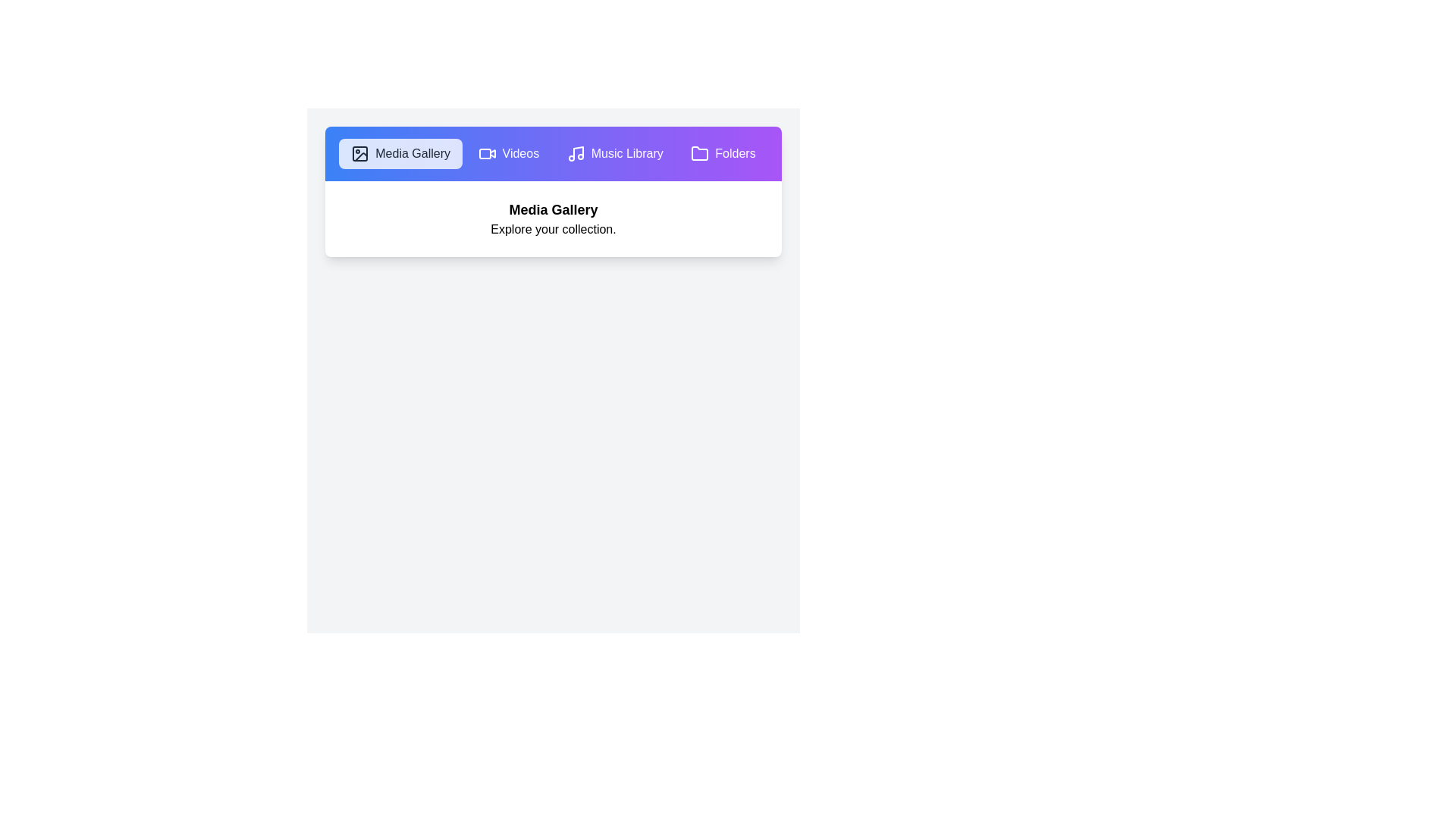 The height and width of the screenshot is (819, 1456). I want to click on the 'Folders' button located on the upper right corner of the horizontal menu bar, so click(723, 154).